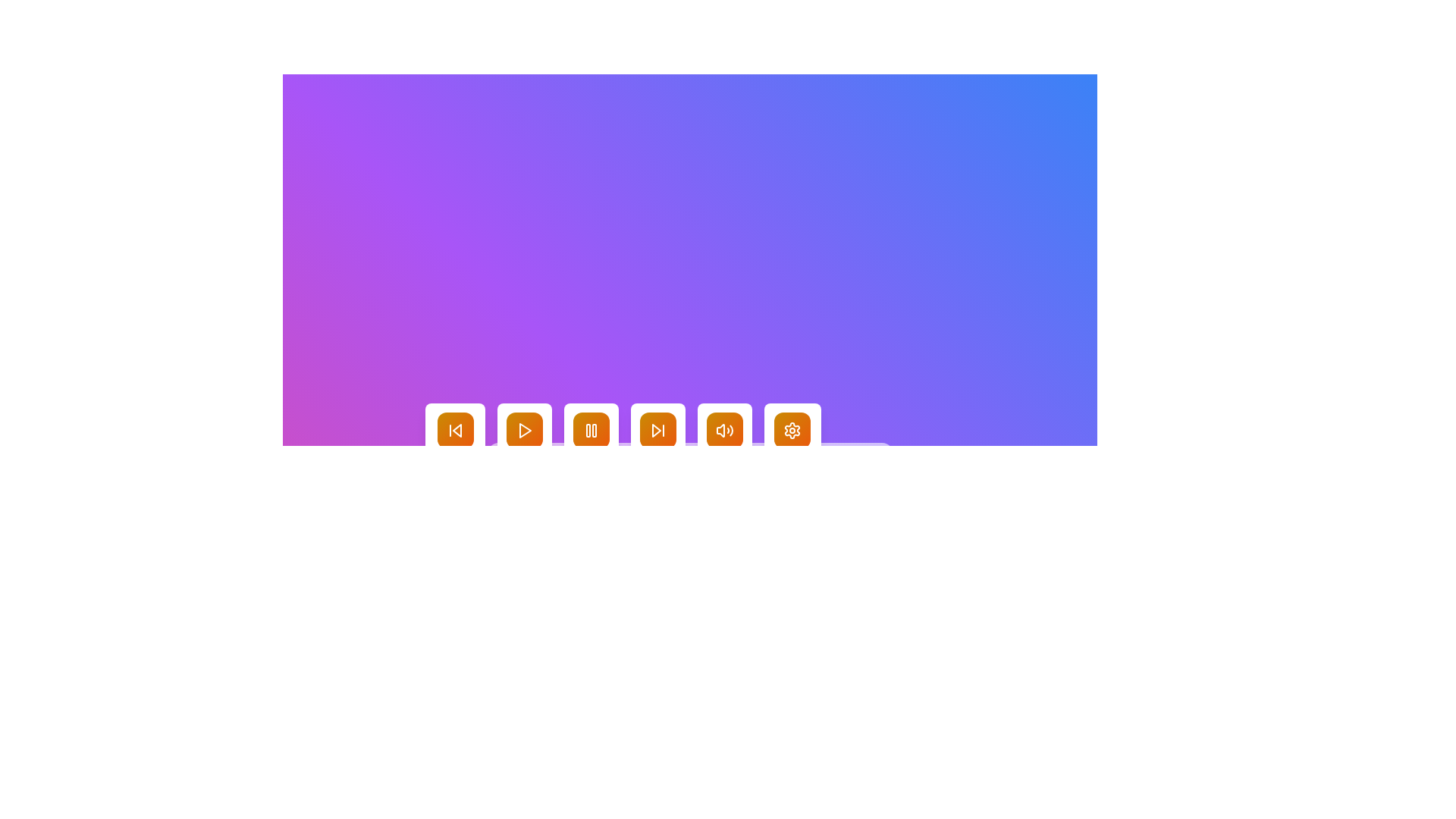 This screenshot has width=1456, height=819. I want to click on the 'Settings' button, which is a rounded rectangular button with a gradient orange-to-yellow background and a white gear icon, to trigger a visual effect, so click(792, 441).